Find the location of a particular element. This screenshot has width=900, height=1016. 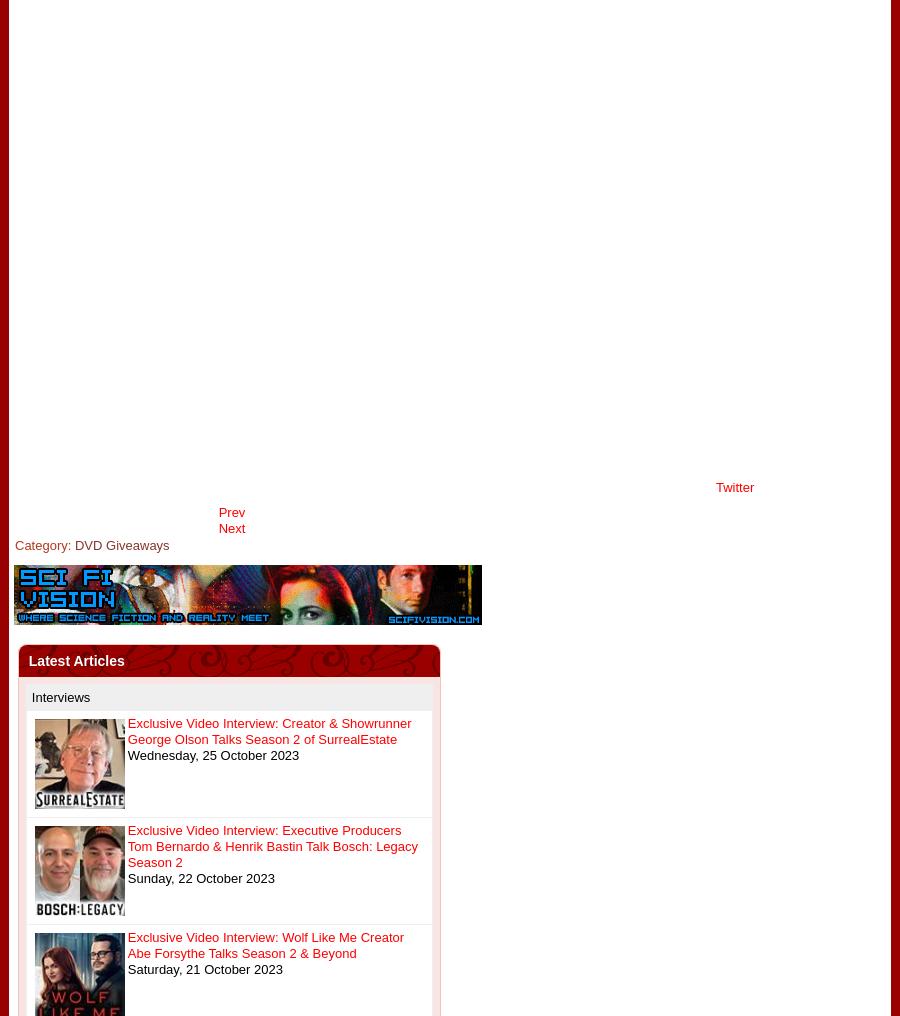

'Exclusive Video Interview: Wolf Like Me Creator Abe Forsythe Talks Season 2 & Beyond' is located at coordinates (264, 944).